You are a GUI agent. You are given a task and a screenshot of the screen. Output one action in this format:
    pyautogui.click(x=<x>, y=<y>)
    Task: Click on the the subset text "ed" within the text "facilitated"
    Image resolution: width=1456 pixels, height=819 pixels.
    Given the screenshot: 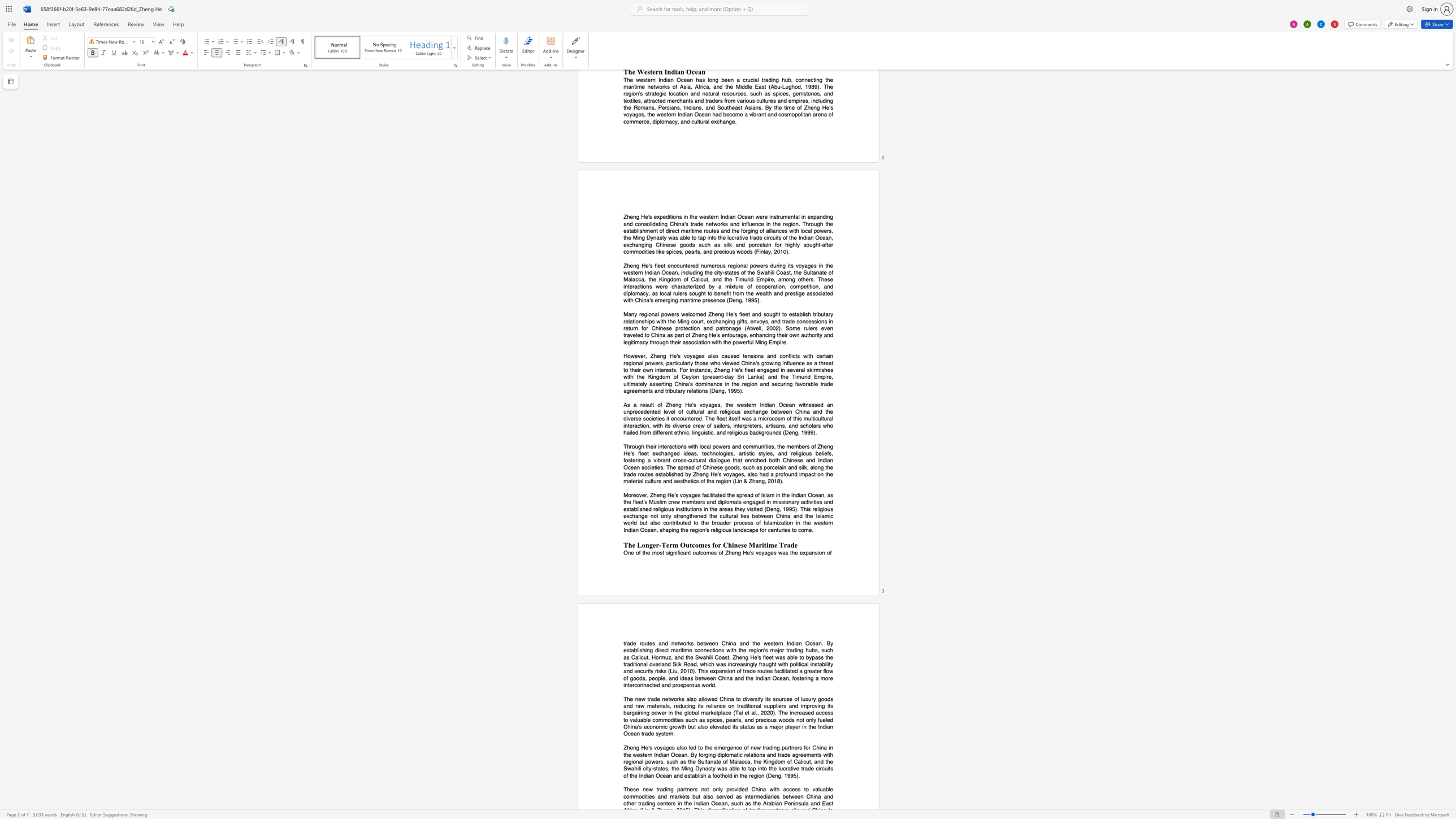 What is the action you would take?
    pyautogui.click(x=719, y=495)
    